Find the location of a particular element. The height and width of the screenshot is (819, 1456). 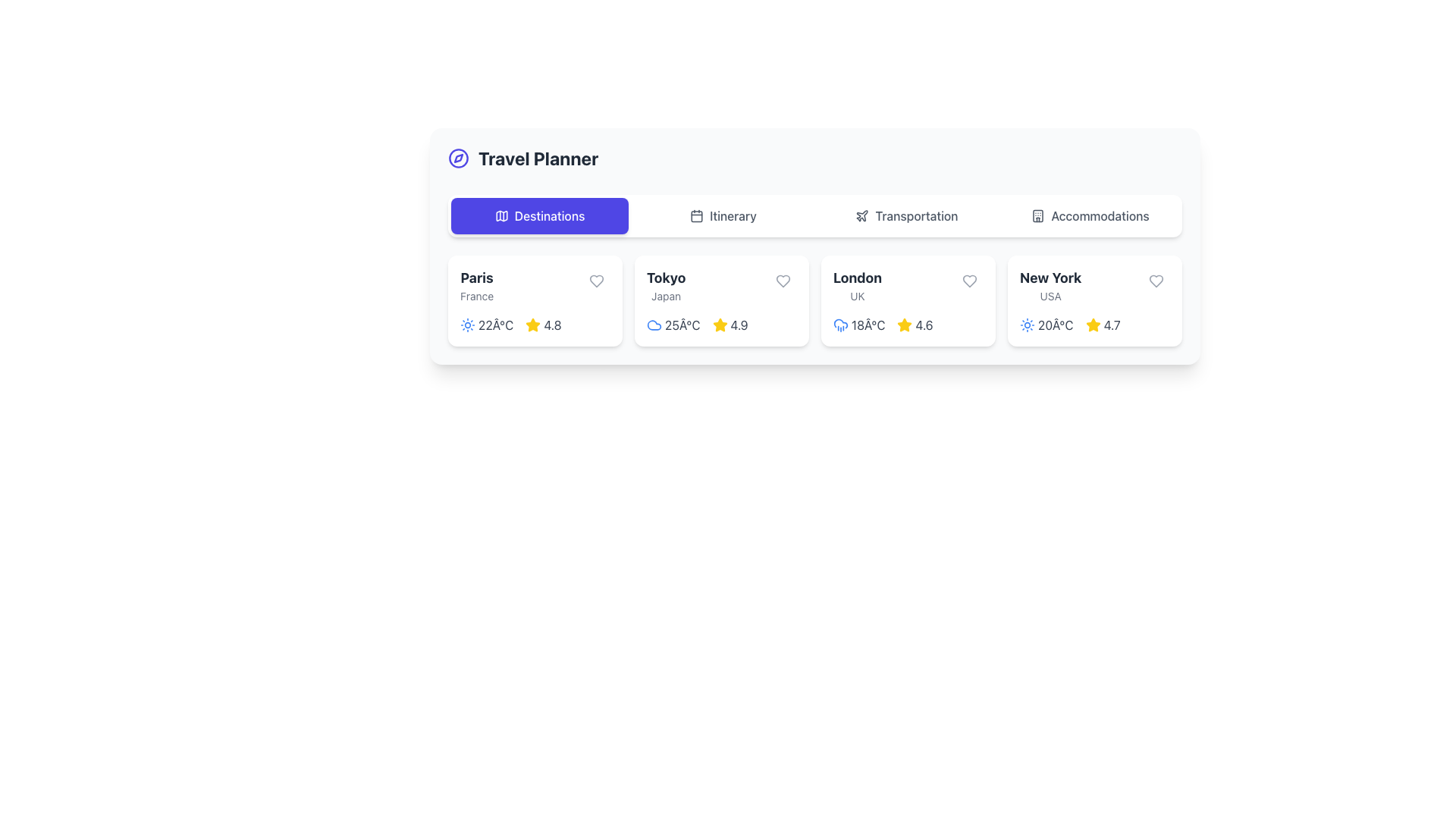

the rating indicator for 'Tokyo, Japan', which features a star icon and a numerical value, located in the third card from the left, below '25°C', towards the right side of the card is located at coordinates (730, 324).